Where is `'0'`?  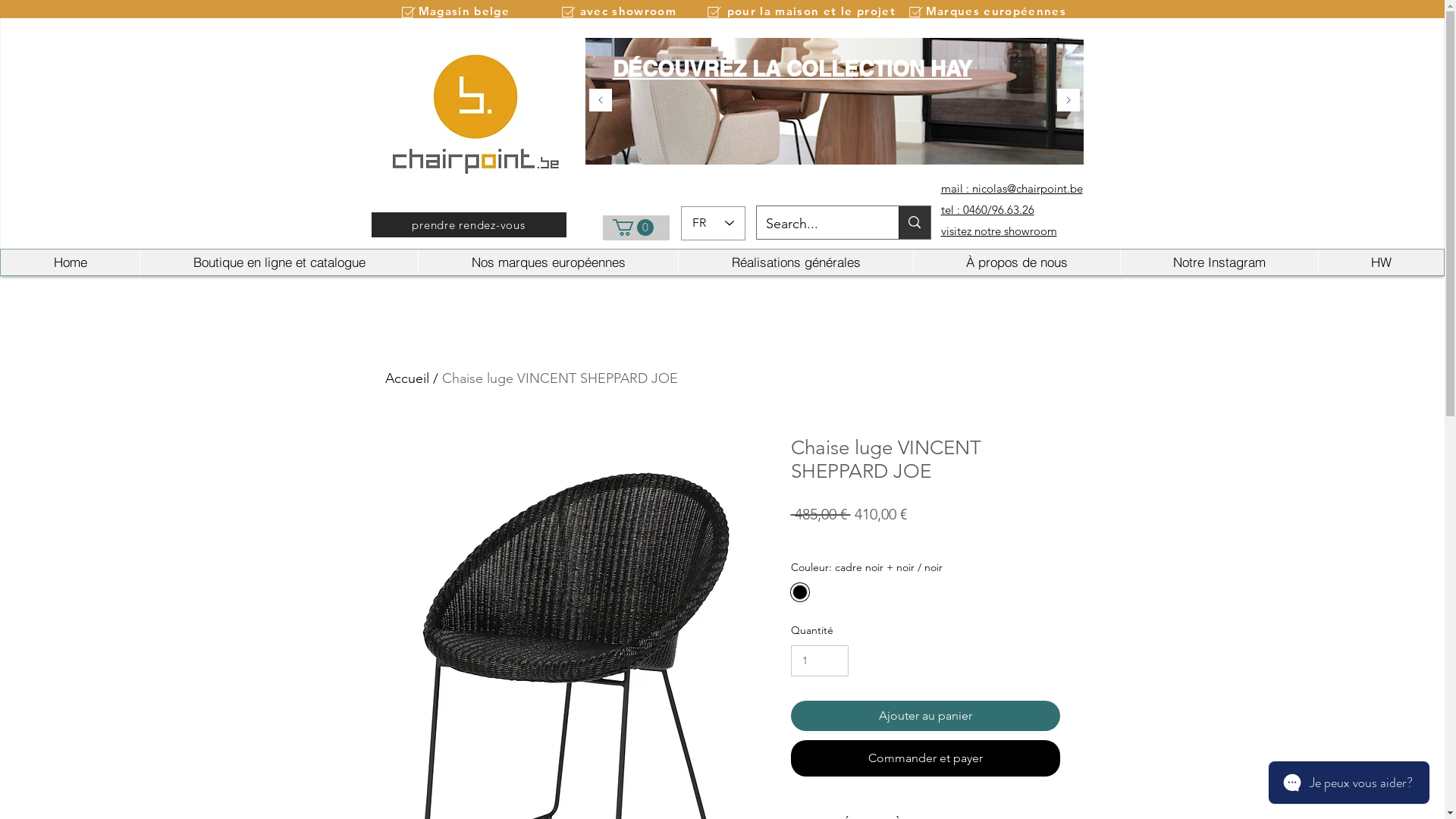 '0' is located at coordinates (633, 227).